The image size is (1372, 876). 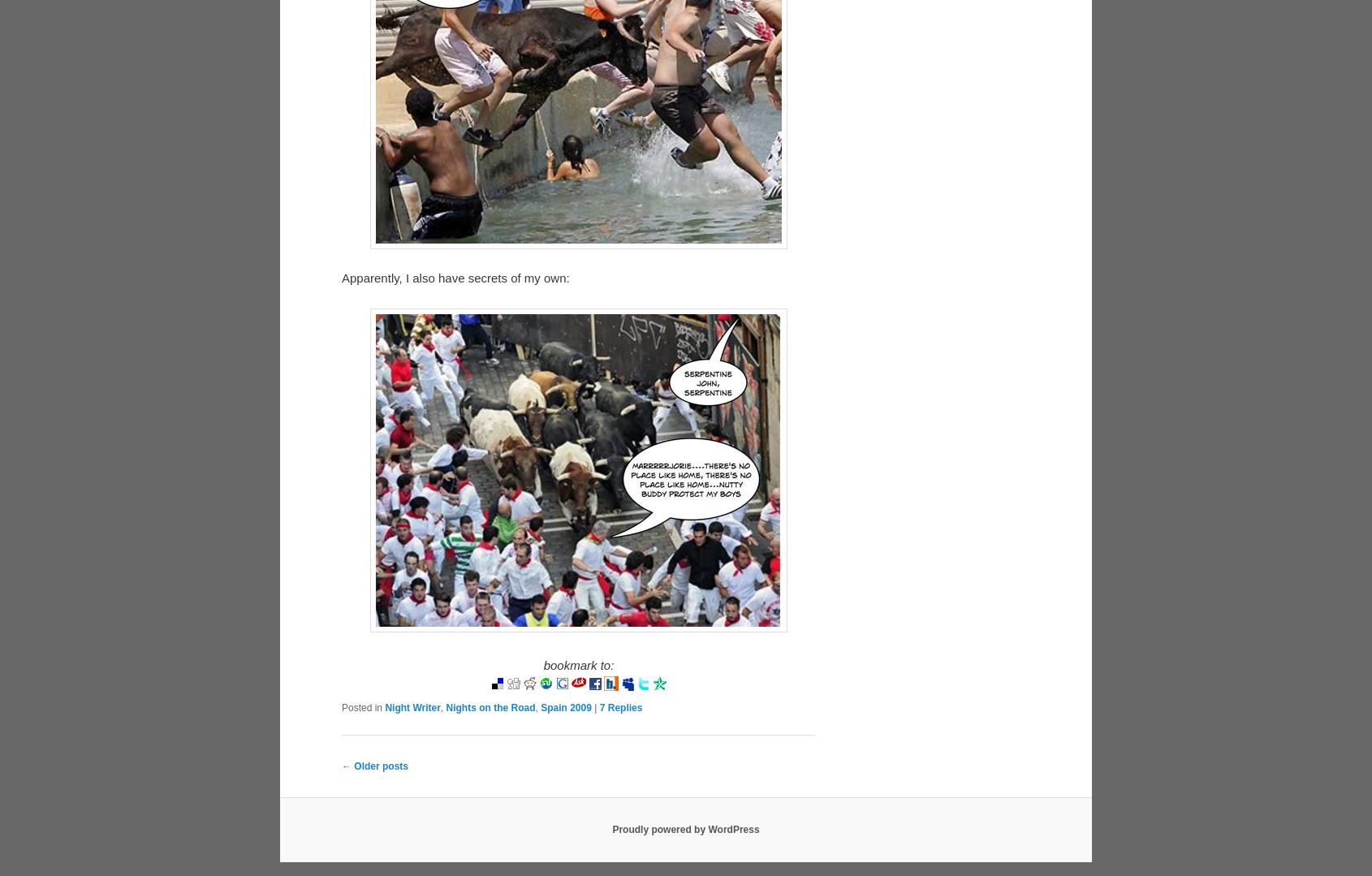 What do you see at coordinates (365, 848) in the screenshot?
I see `'Posted on'` at bounding box center [365, 848].